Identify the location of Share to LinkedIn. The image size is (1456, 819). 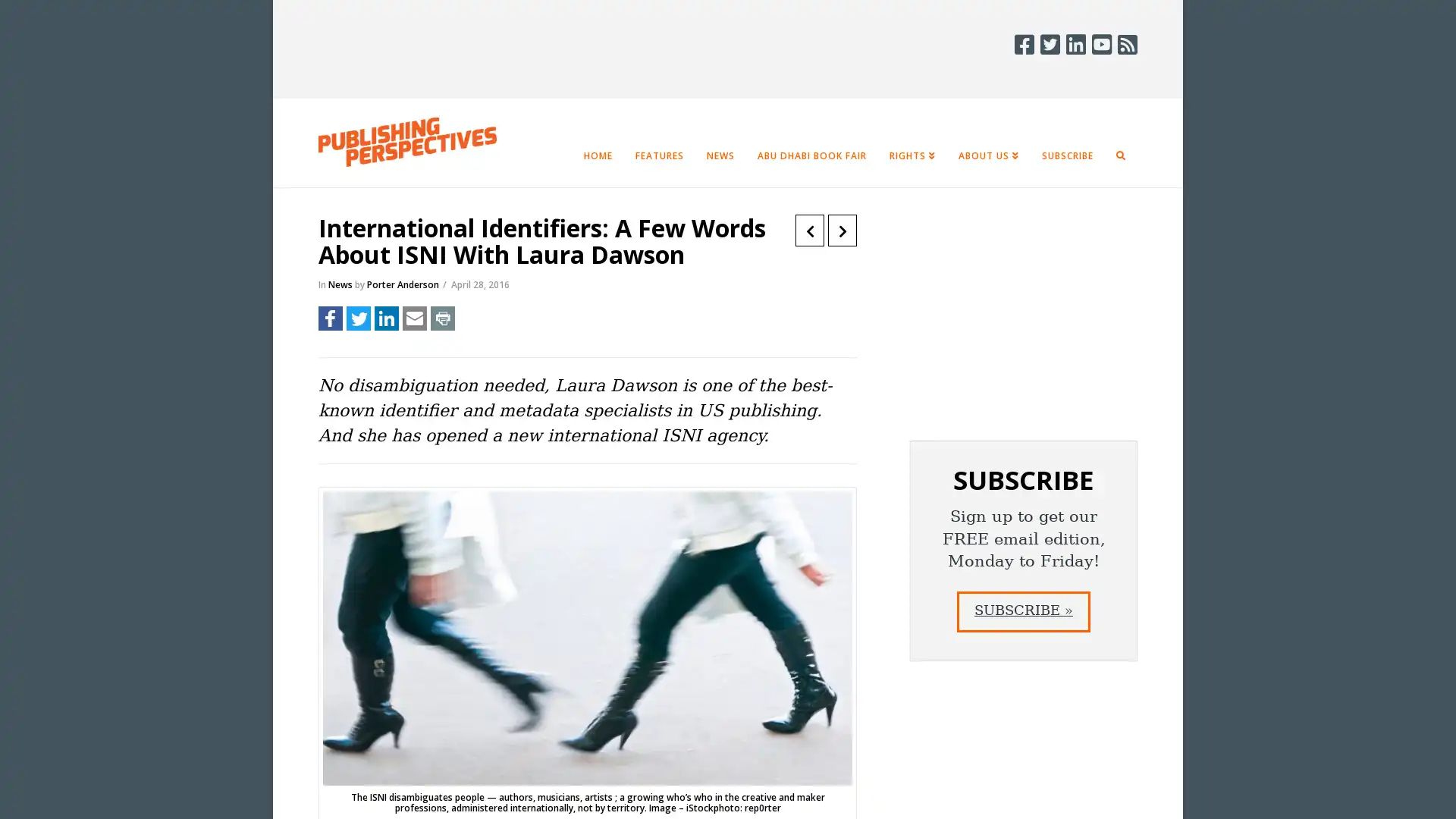
(386, 318).